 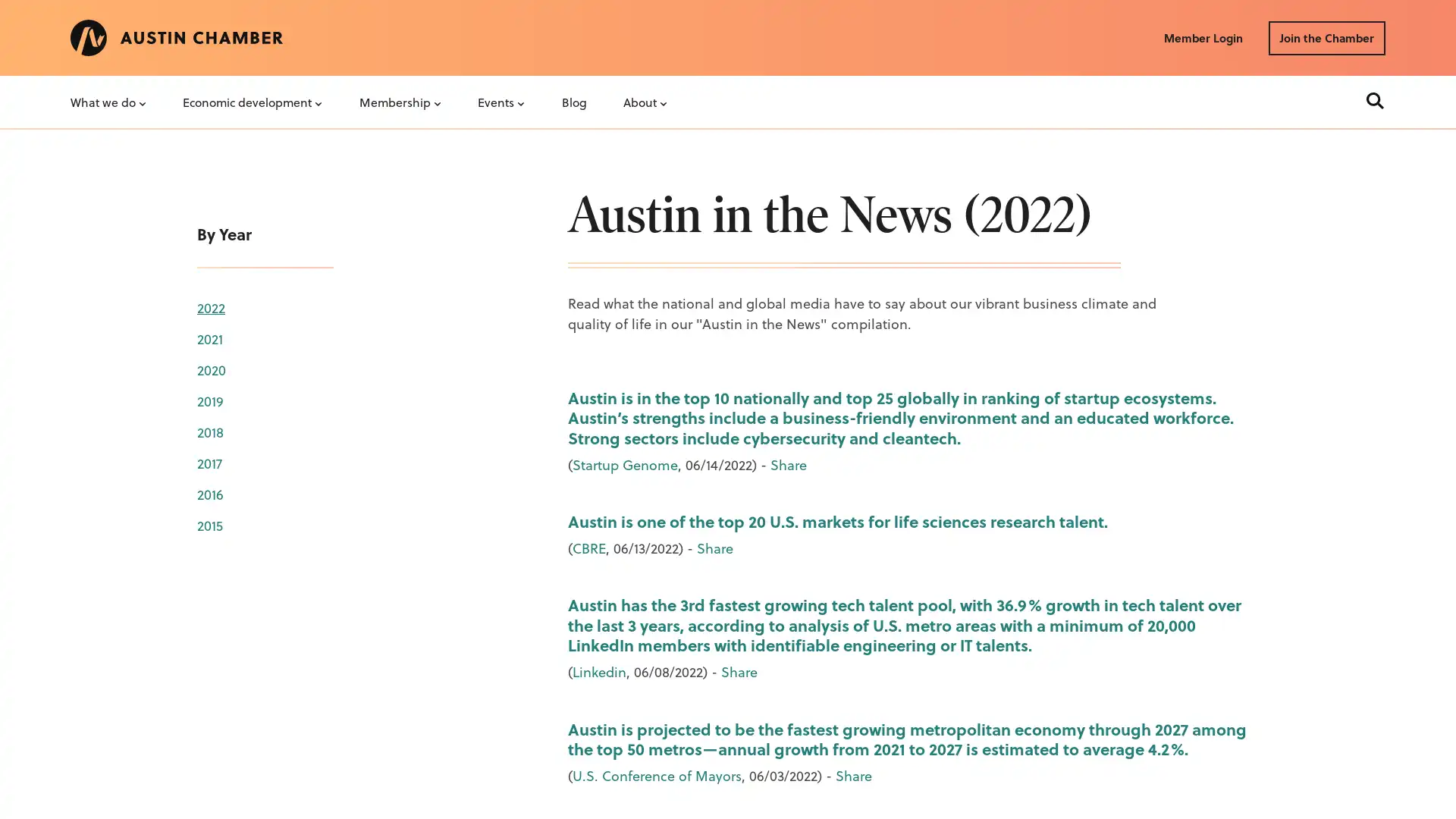 What do you see at coordinates (1375, 102) in the screenshot?
I see `Search` at bounding box center [1375, 102].